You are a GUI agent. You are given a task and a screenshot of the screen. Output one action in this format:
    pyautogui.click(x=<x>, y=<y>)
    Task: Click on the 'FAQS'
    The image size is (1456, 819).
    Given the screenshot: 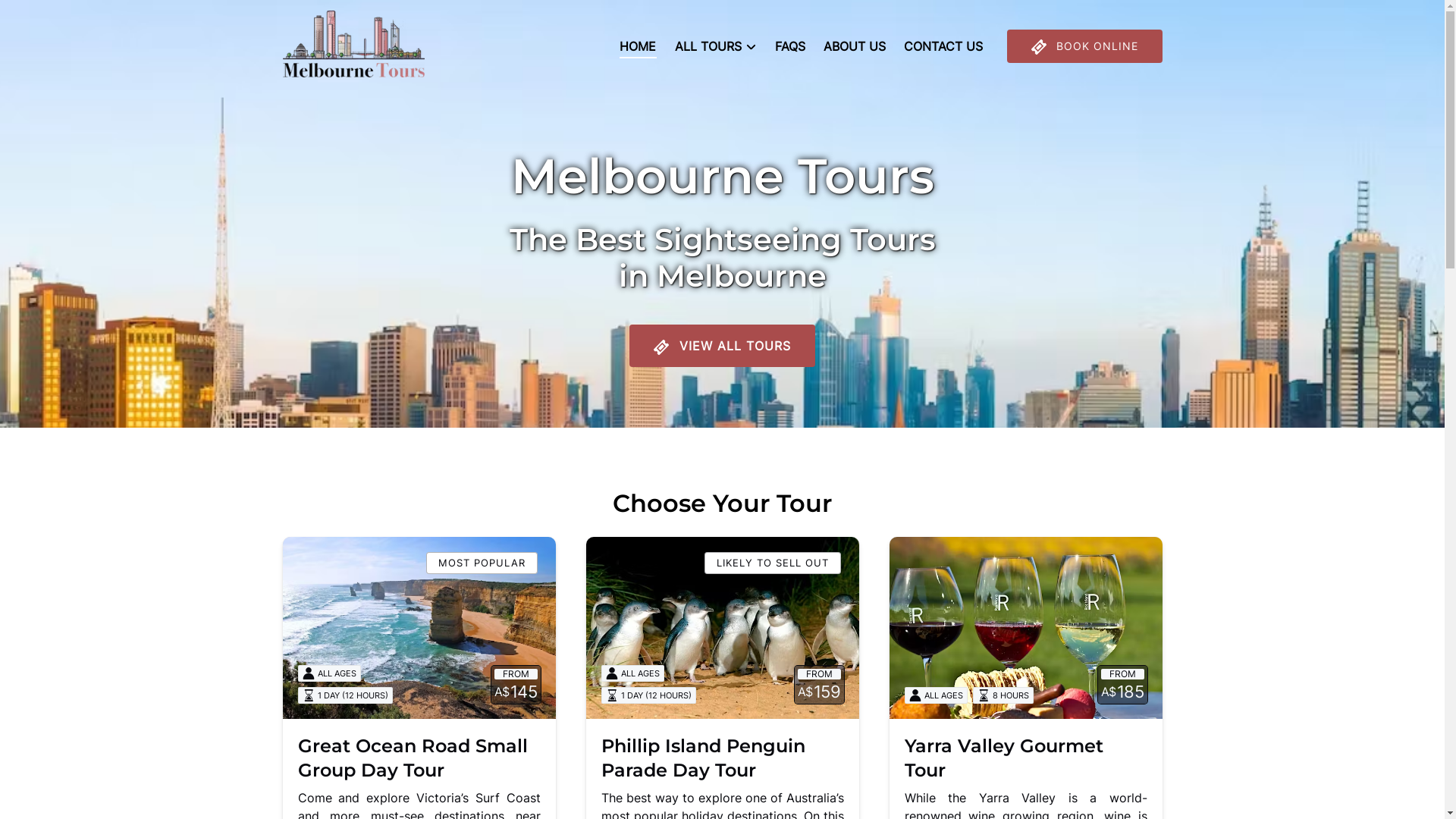 What is the action you would take?
    pyautogui.click(x=789, y=45)
    